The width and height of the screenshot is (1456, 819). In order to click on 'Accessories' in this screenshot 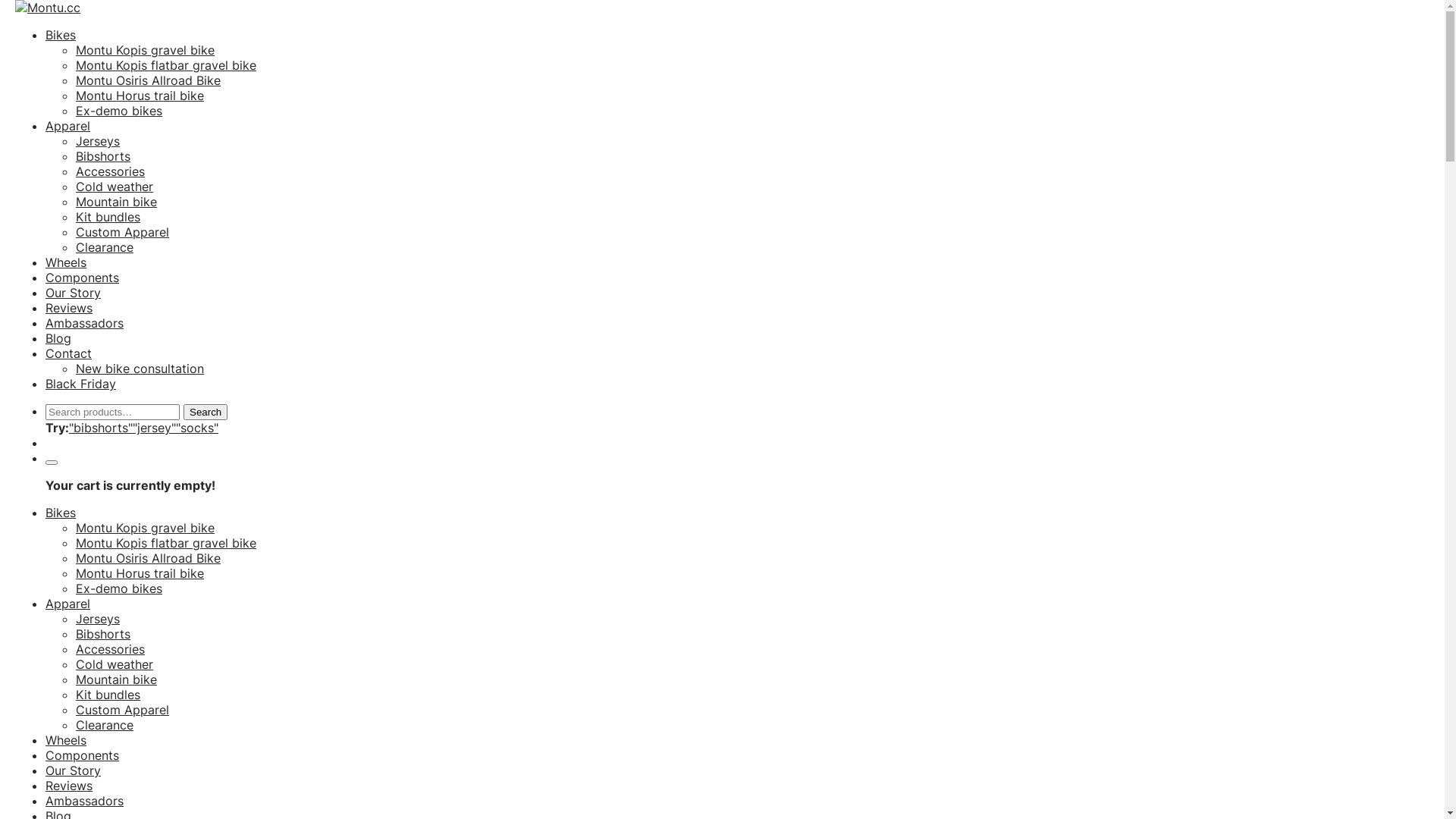, I will do `click(109, 648)`.